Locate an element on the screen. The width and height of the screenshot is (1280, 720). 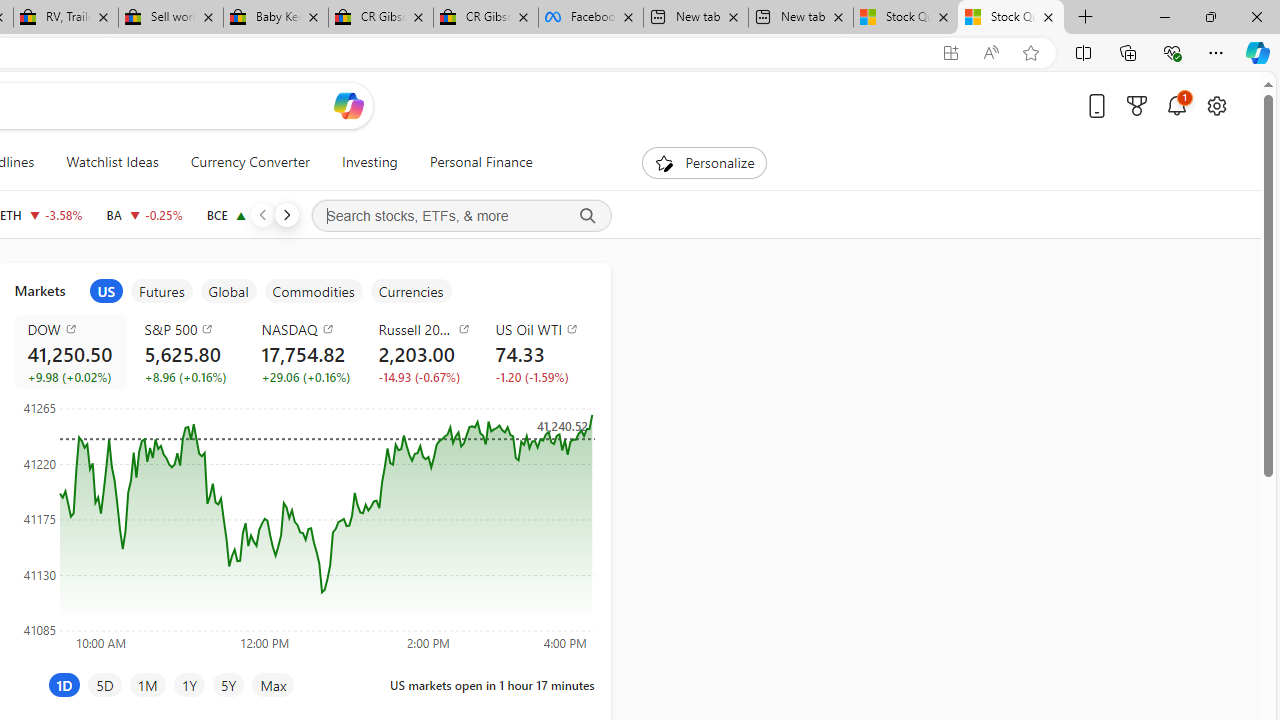
'Class: recharts-surface' is located at coordinates (303, 523).